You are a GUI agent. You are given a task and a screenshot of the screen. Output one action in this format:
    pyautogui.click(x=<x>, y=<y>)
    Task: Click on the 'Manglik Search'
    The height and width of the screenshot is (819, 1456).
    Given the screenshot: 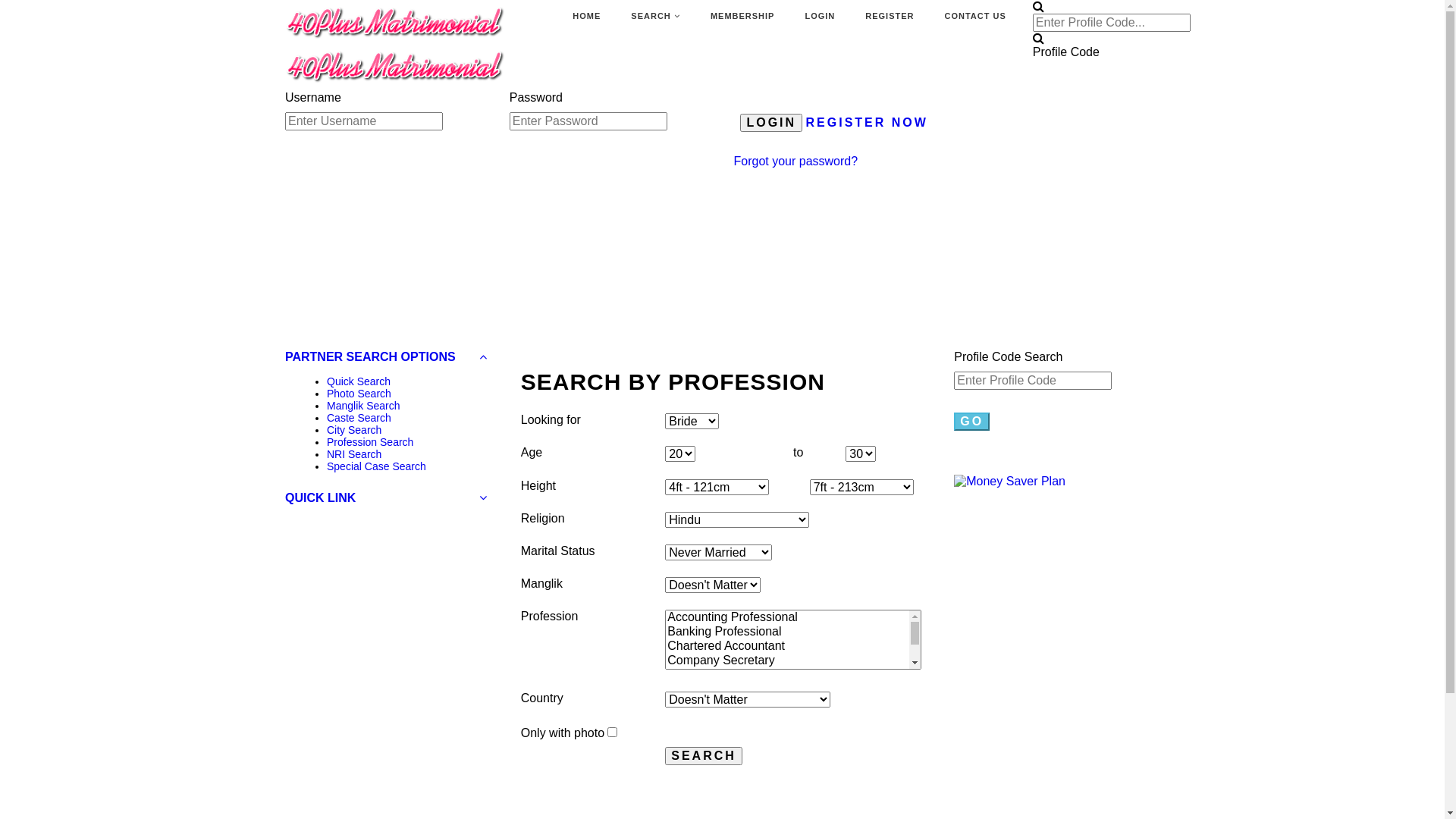 What is the action you would take?
    pyautogui.click(x=362, y=405)
    